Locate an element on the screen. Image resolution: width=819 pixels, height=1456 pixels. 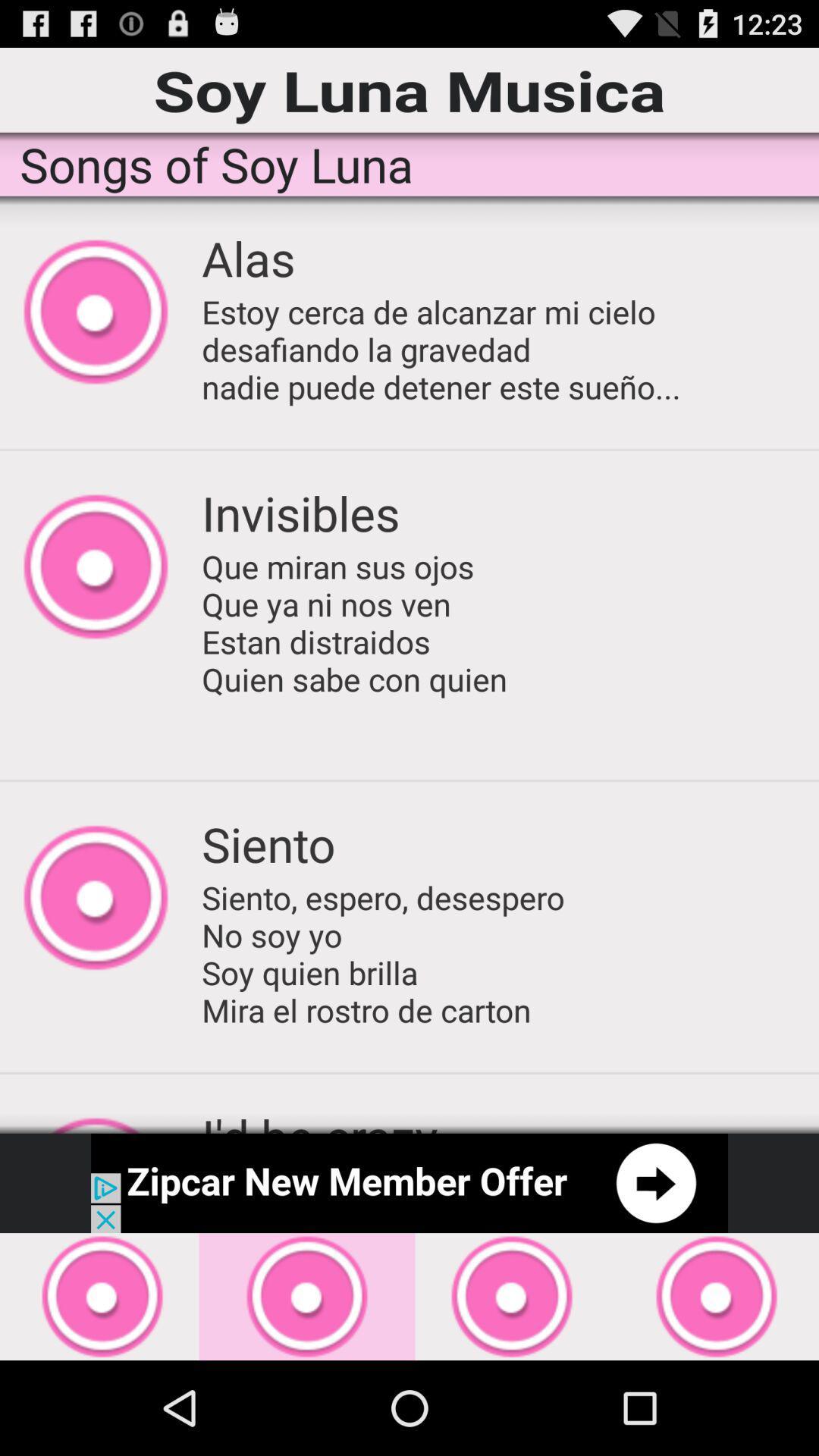
open advertisement is located at coordinates (409, 1182).